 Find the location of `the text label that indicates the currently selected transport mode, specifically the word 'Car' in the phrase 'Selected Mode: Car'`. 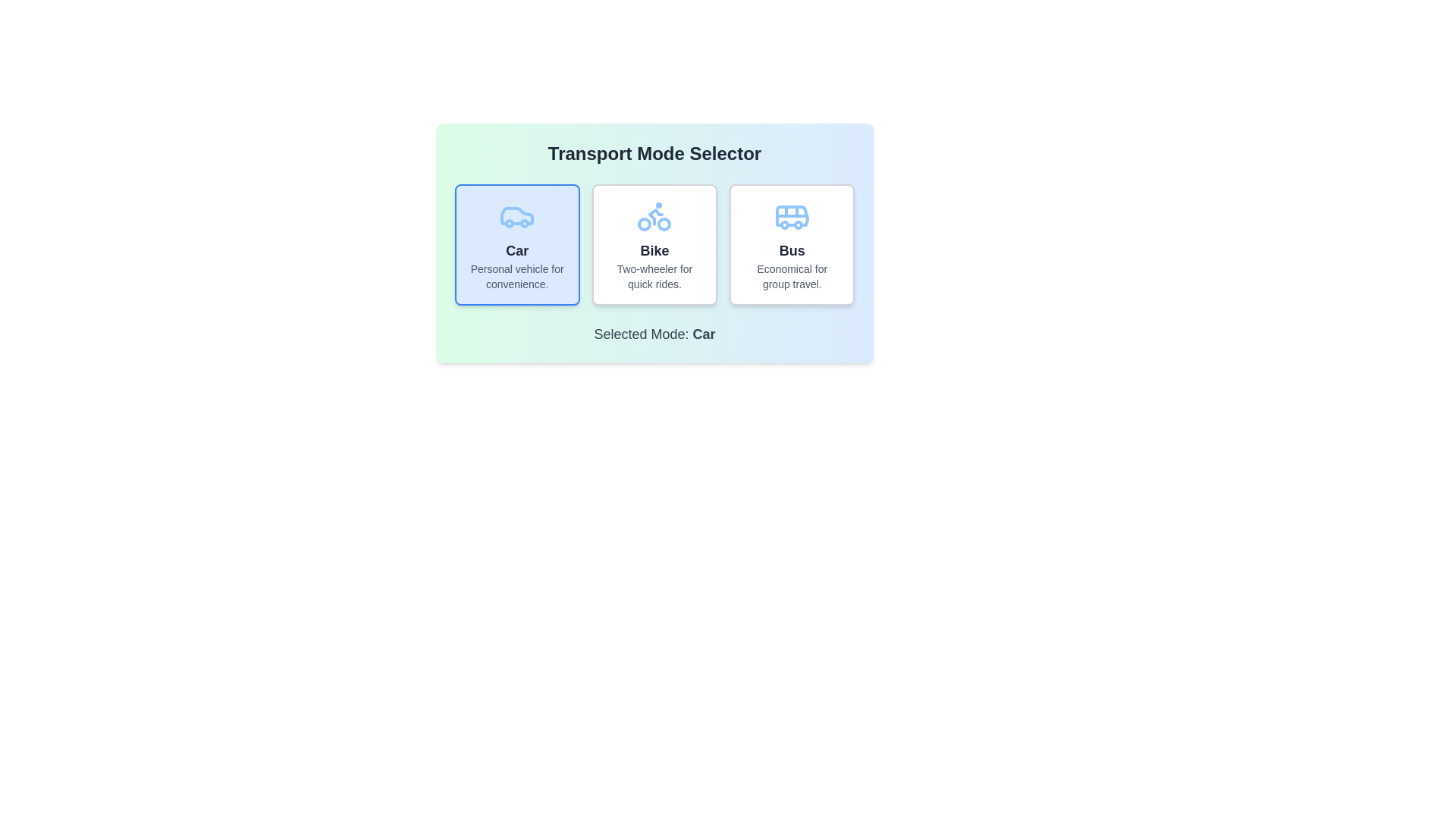

the text label that indicates the currently selected transport mode, specifically the word 'Car' in the phrase 'Selected Mode: Car' is located at coordinates (703, 333).